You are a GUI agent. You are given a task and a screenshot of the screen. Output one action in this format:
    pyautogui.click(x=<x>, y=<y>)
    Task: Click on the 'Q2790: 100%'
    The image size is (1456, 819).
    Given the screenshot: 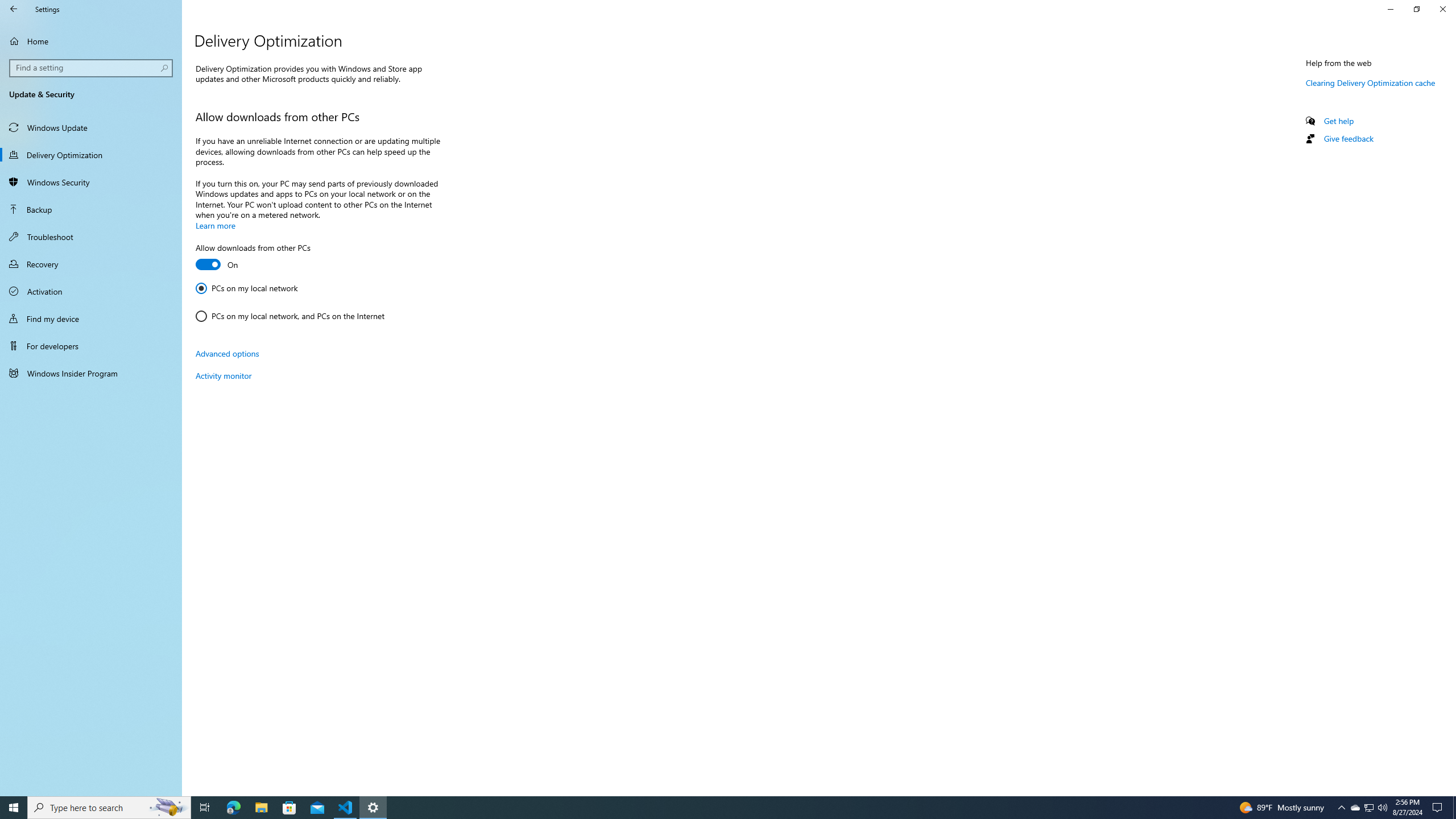 What is the action you would take?
    pyautogui.click(x=1381, y=806)
    